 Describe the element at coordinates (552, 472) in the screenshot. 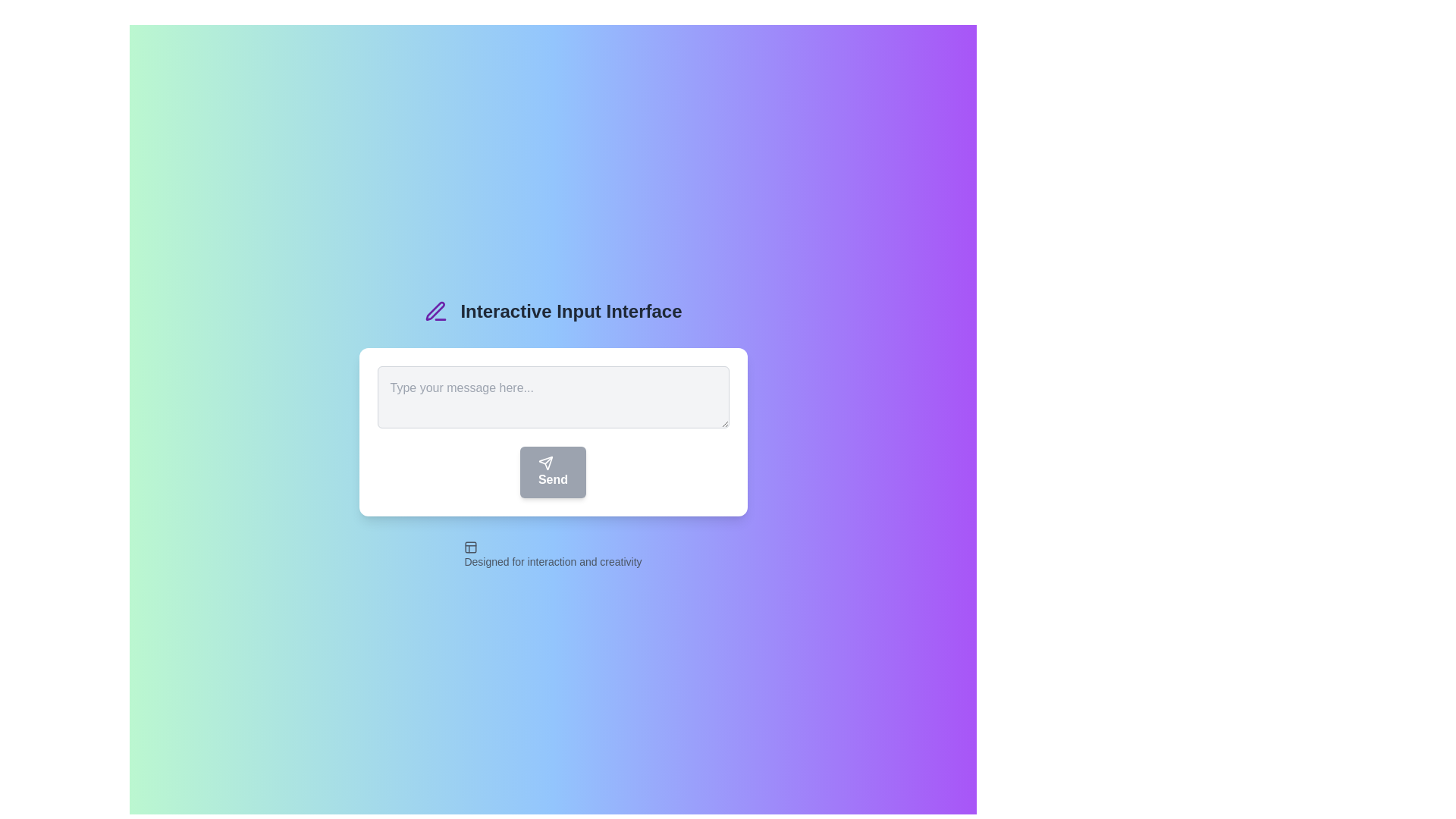

I see `the 'Send' button, which is a light gray rectangular button with rounded corners, displaying a white paper airplane icon and the word 'Send' in bold white font` at that location.